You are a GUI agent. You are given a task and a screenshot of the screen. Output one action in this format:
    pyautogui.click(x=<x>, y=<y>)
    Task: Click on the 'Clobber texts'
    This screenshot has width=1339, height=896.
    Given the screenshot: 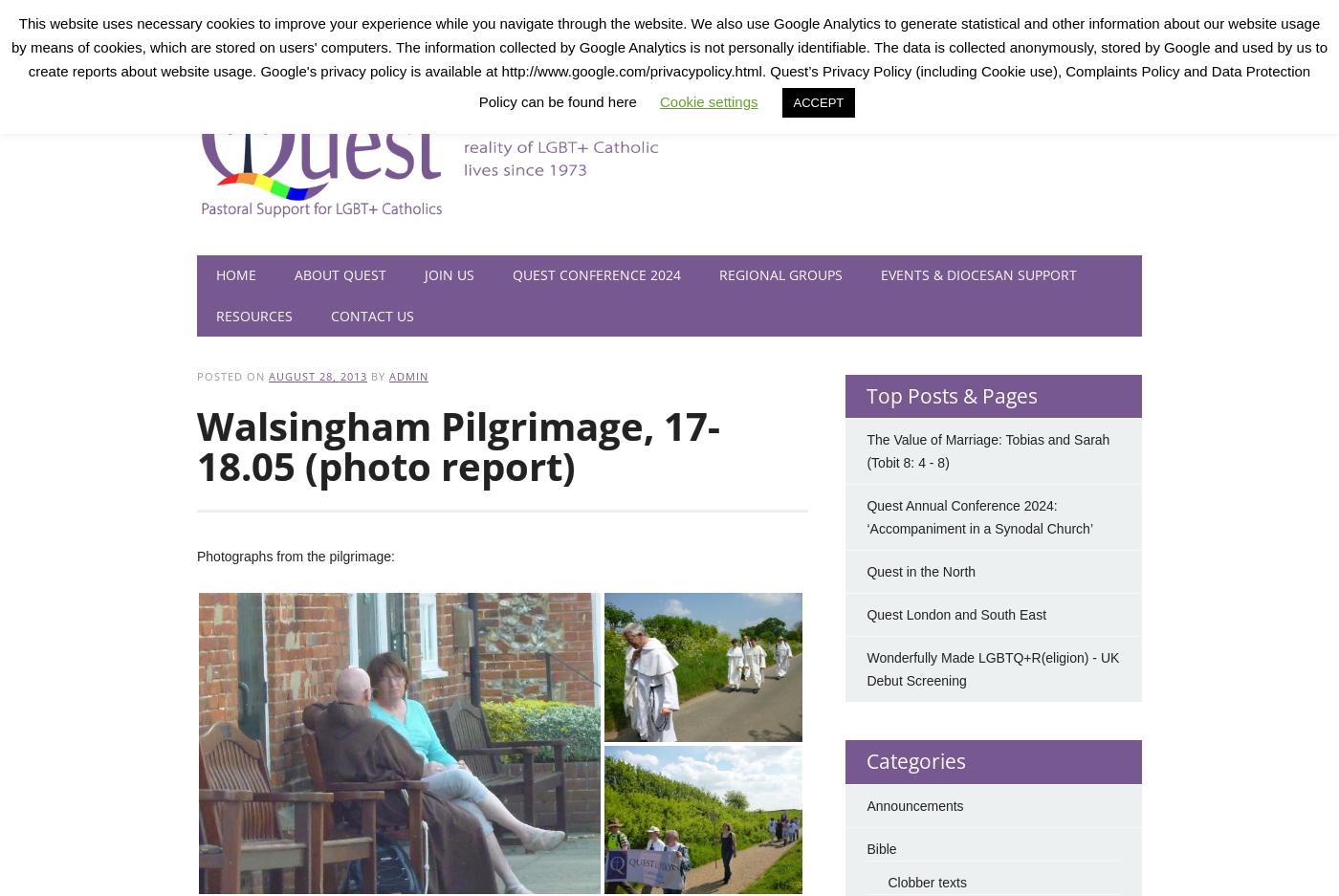 What is the action you would take?
    pyautogui.click(x=926, y=882)
    